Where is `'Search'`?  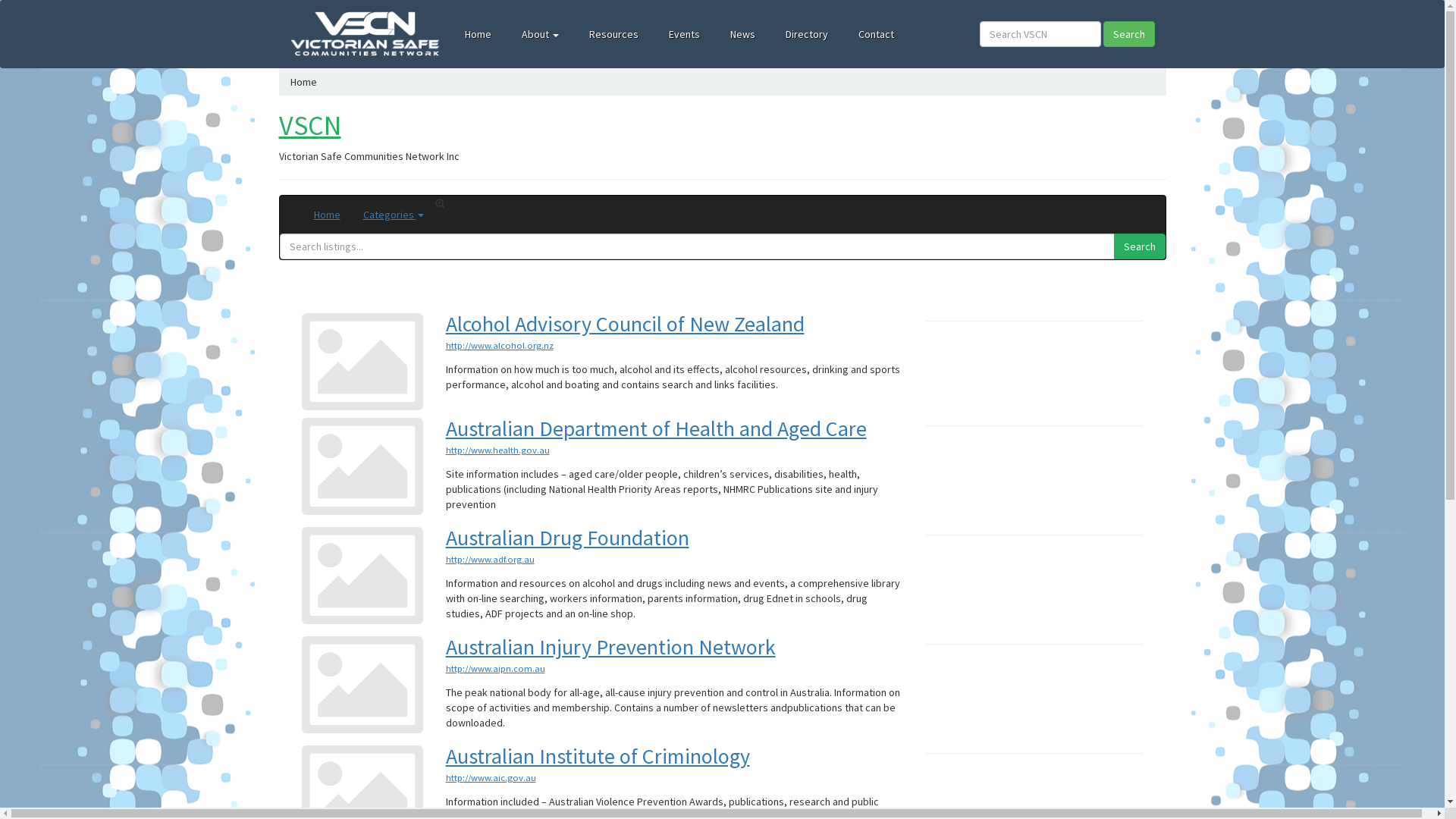 'Search' is located at coordinates (1139, 245).